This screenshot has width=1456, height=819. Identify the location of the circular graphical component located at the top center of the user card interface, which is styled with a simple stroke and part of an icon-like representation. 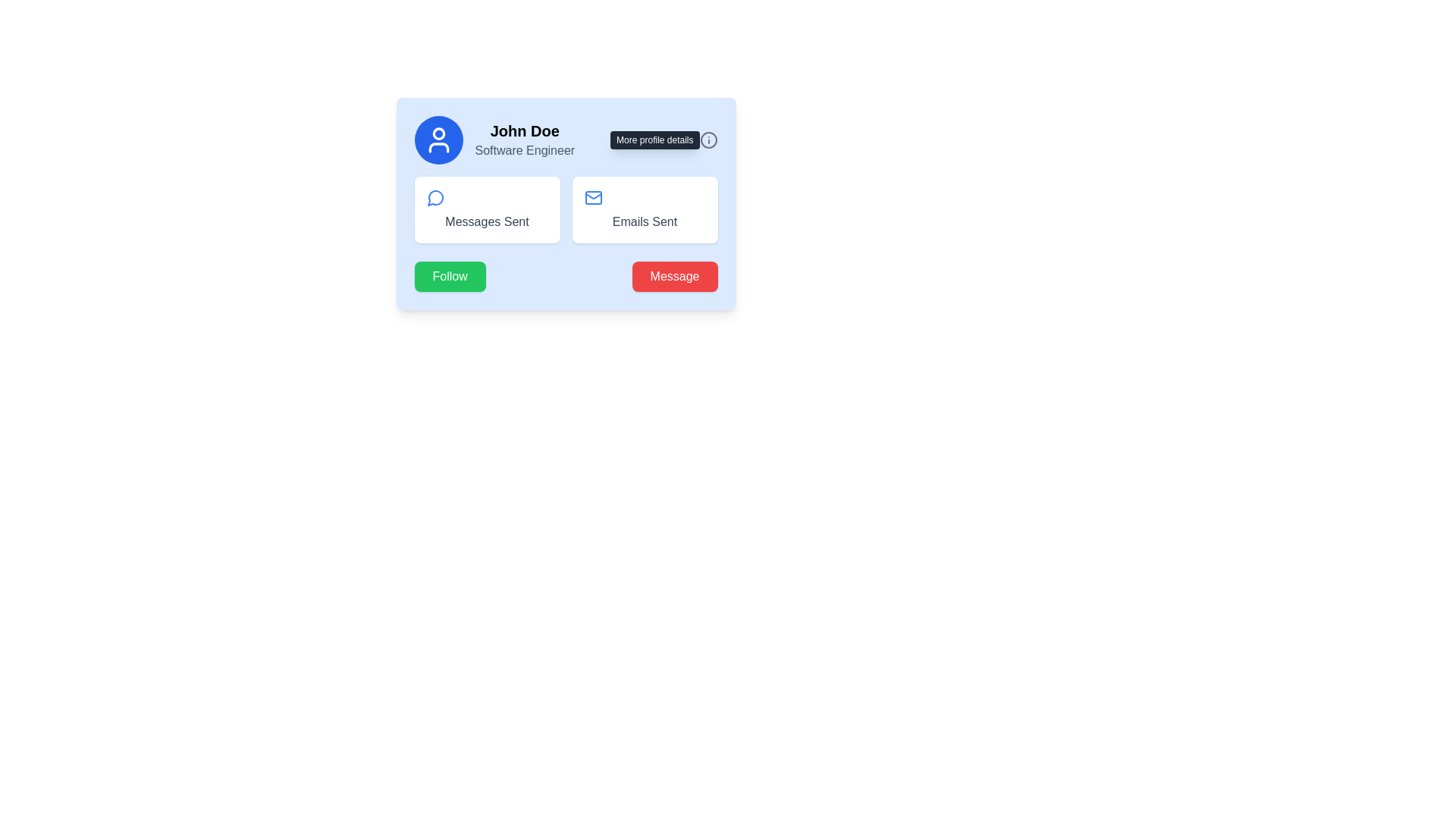
(438, 133).